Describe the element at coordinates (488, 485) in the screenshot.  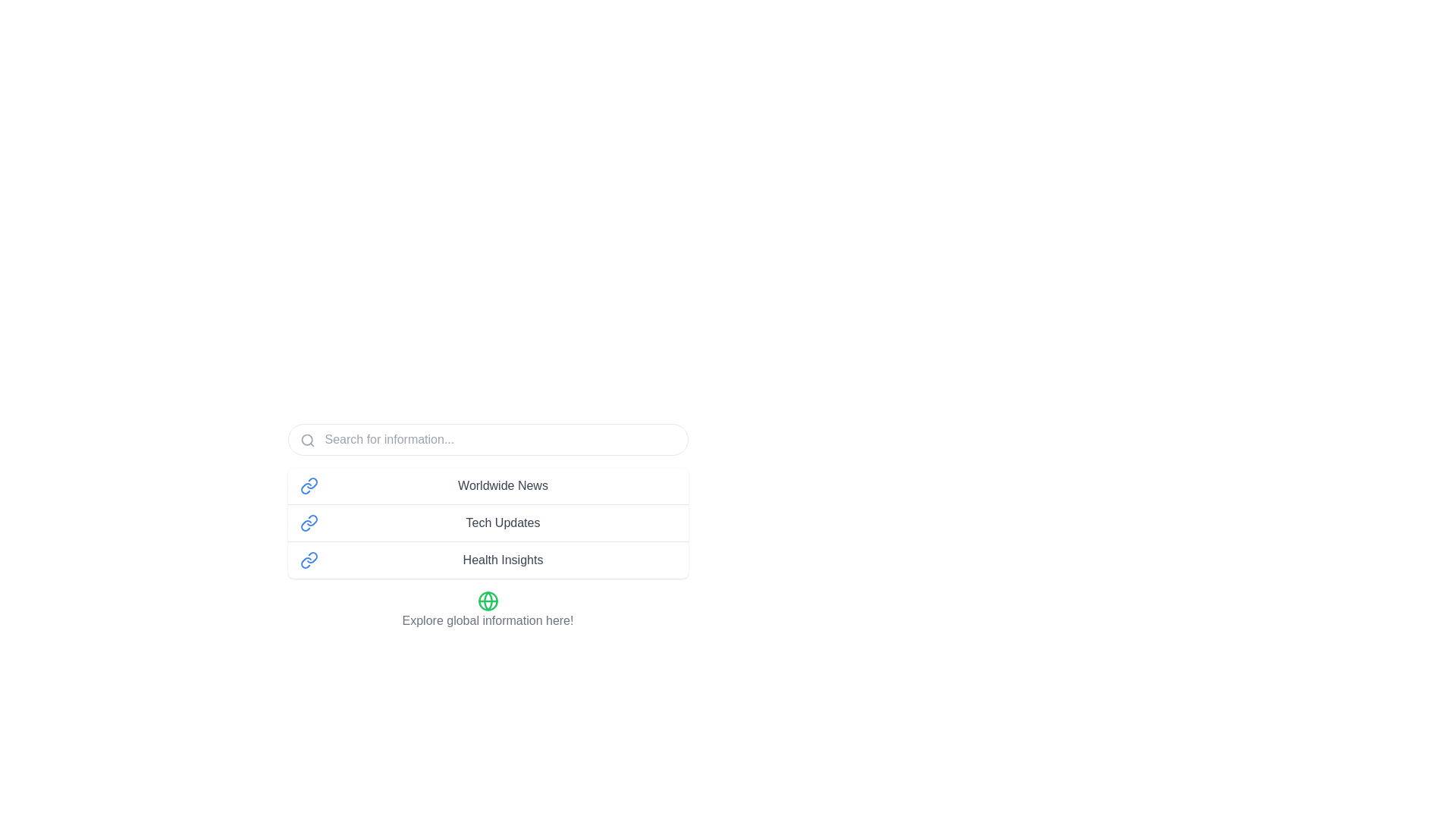
I see `the first list item in the vertically-stacked list that serves as a link to an external page about worldwide news` at that location.